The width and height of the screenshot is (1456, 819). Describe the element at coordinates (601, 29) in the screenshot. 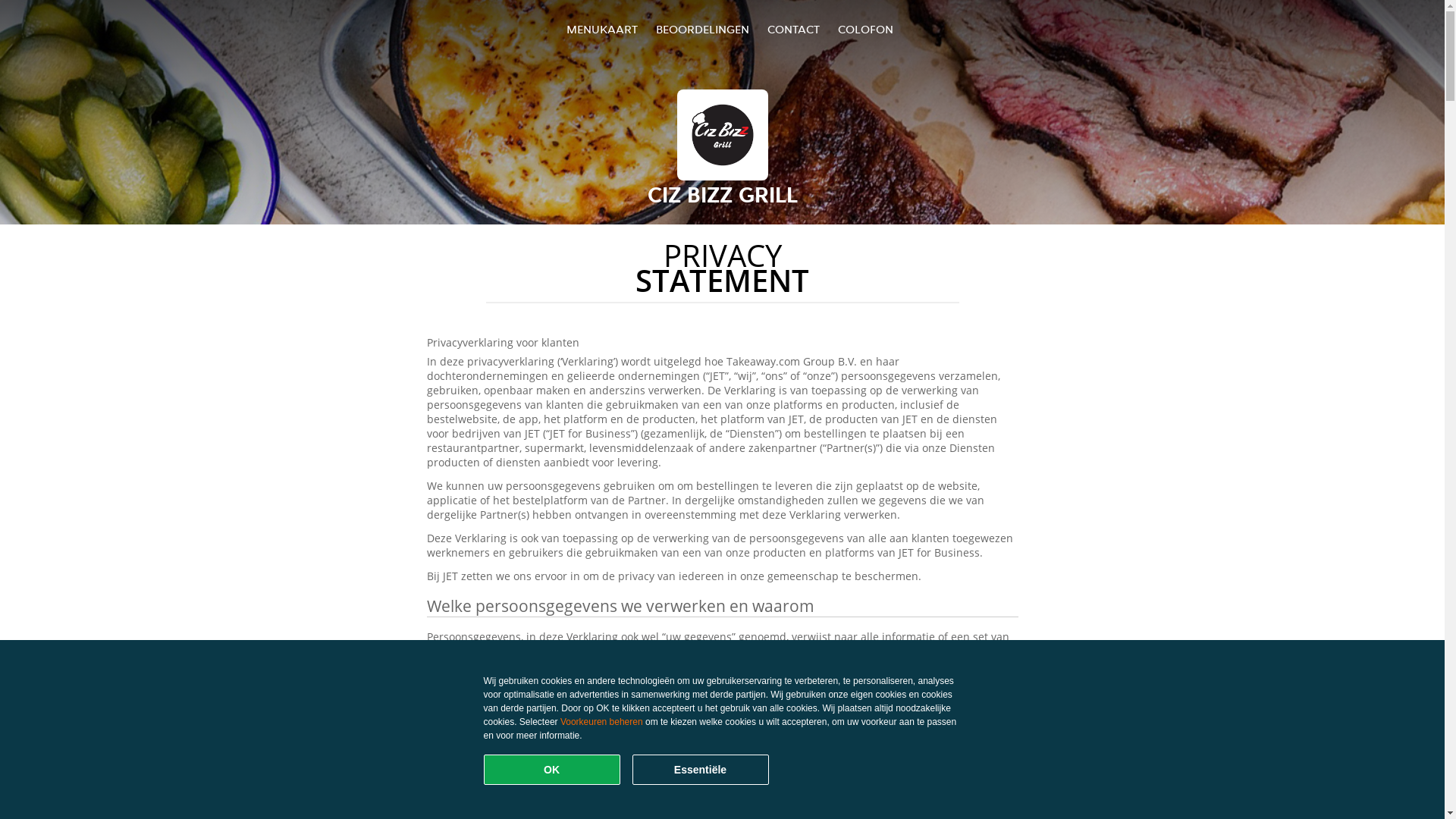

I see `'MENUKAART'` at that location.